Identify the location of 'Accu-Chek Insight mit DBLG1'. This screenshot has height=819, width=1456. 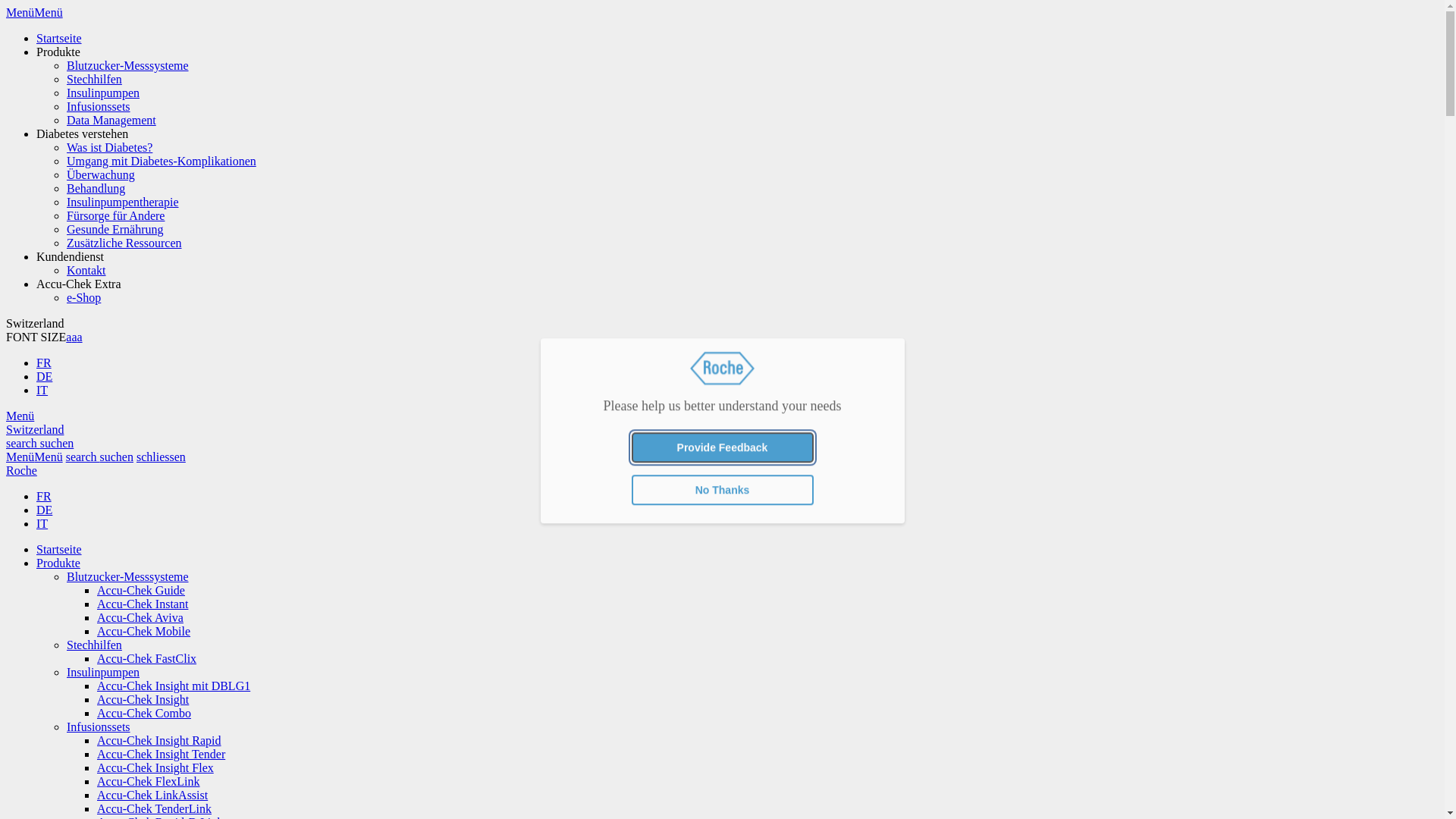
(96, 686).